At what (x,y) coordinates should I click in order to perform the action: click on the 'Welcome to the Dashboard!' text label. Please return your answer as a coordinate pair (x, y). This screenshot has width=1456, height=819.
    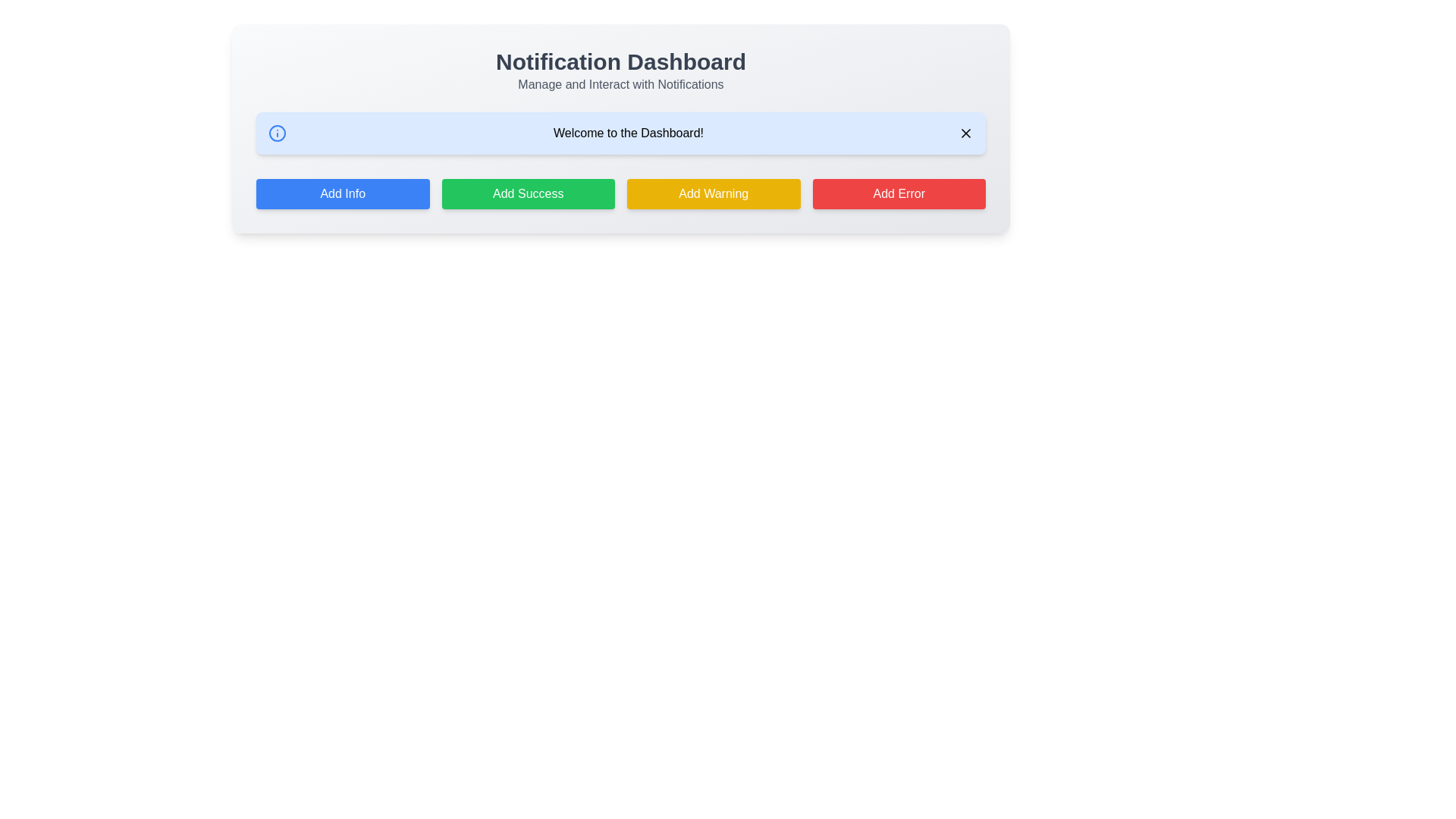
    Looking at the image, I should click on (629, 133).